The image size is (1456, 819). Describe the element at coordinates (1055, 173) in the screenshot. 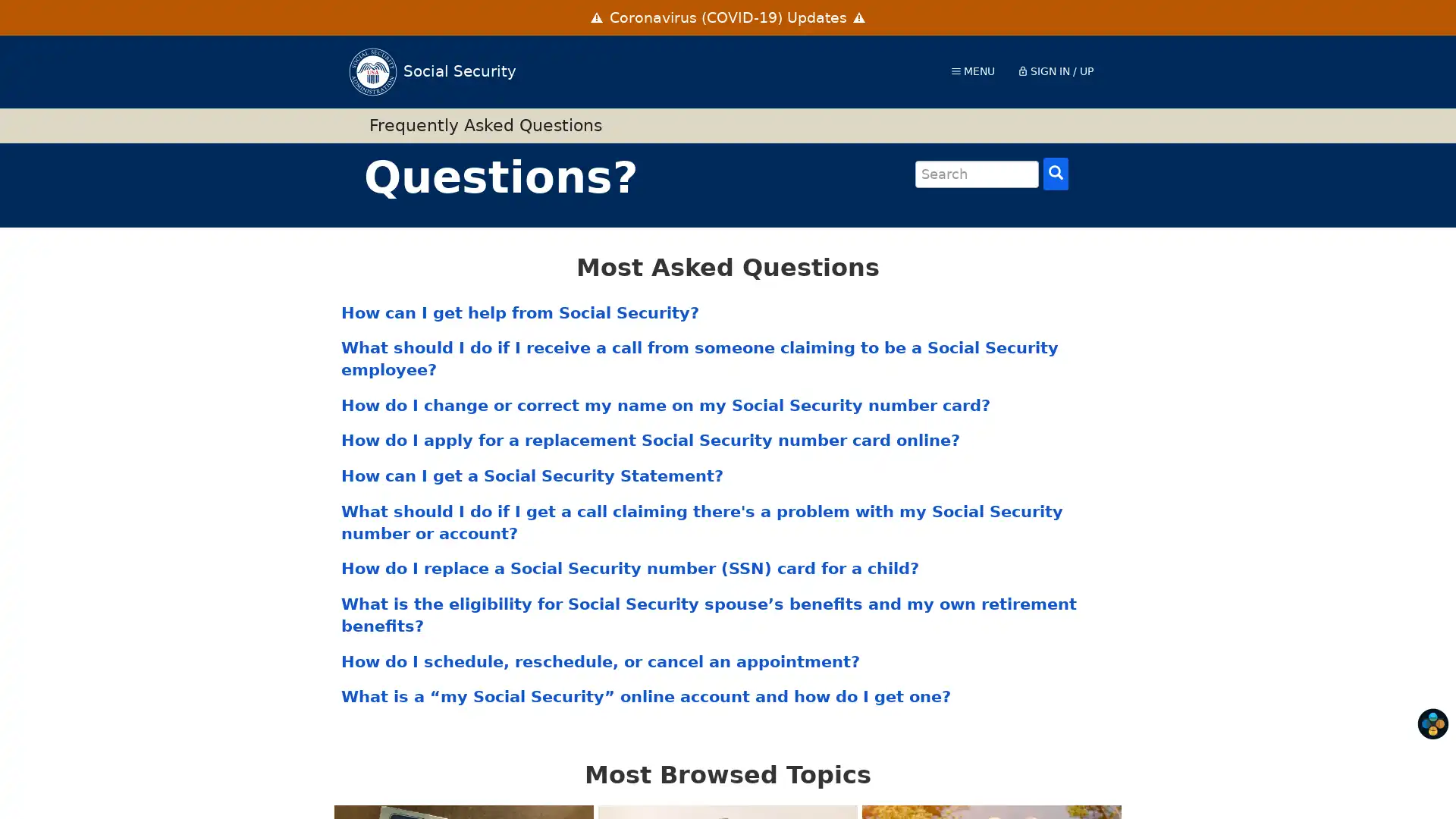

I see `Search` at that location.